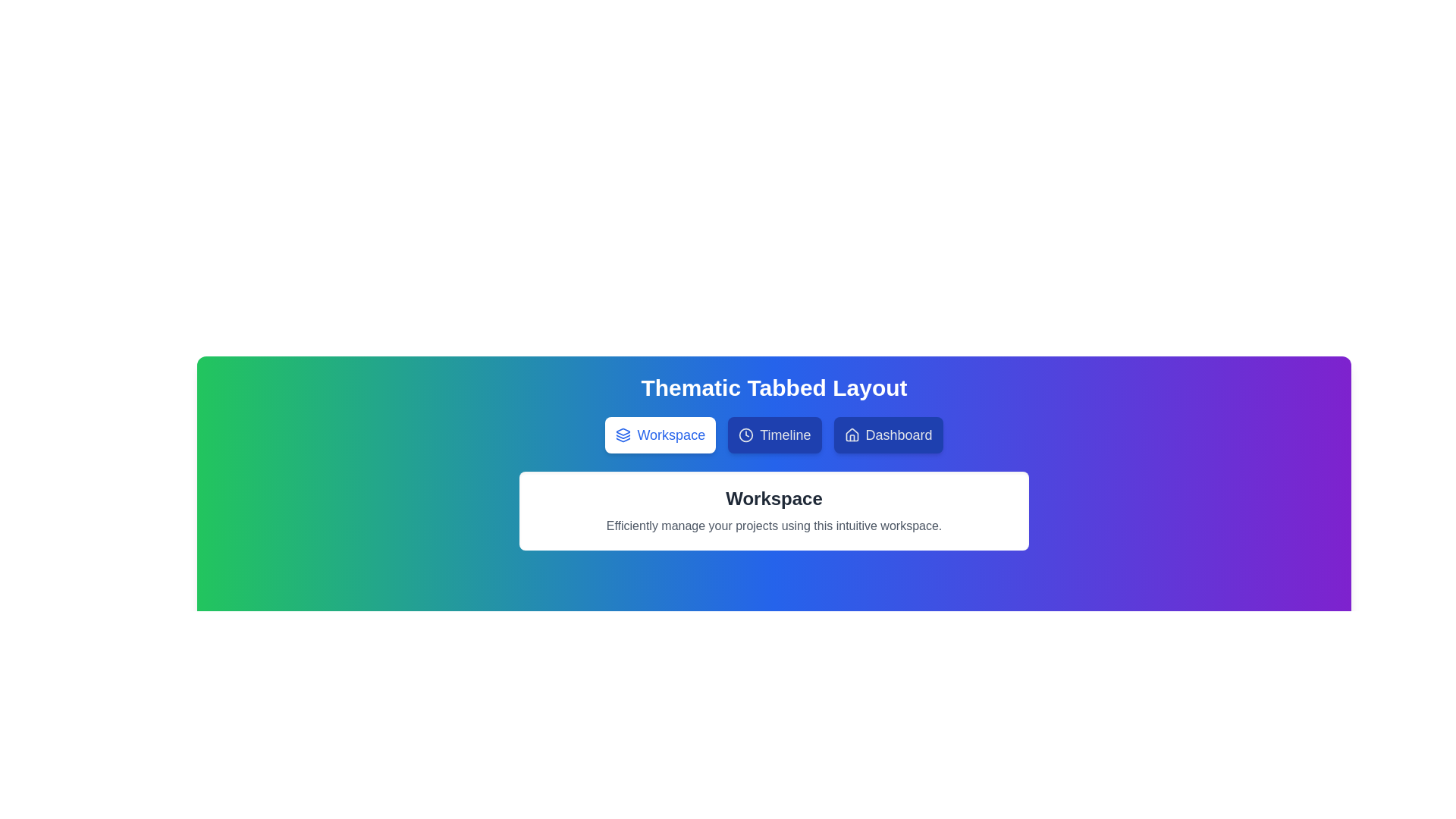 The width and height of the screenshot is (1456, 819). Describe the element at coordinates (746, 435) in the screenshot. I see `the clock icon within the 'Timeline' button, which is the second button in a row of three options labeled 'Workspace', 'Timeline', and 'Dashboard'. The icon is styled with a blue background and clock hands pointing to 12 and 2 o'clock` at that location.